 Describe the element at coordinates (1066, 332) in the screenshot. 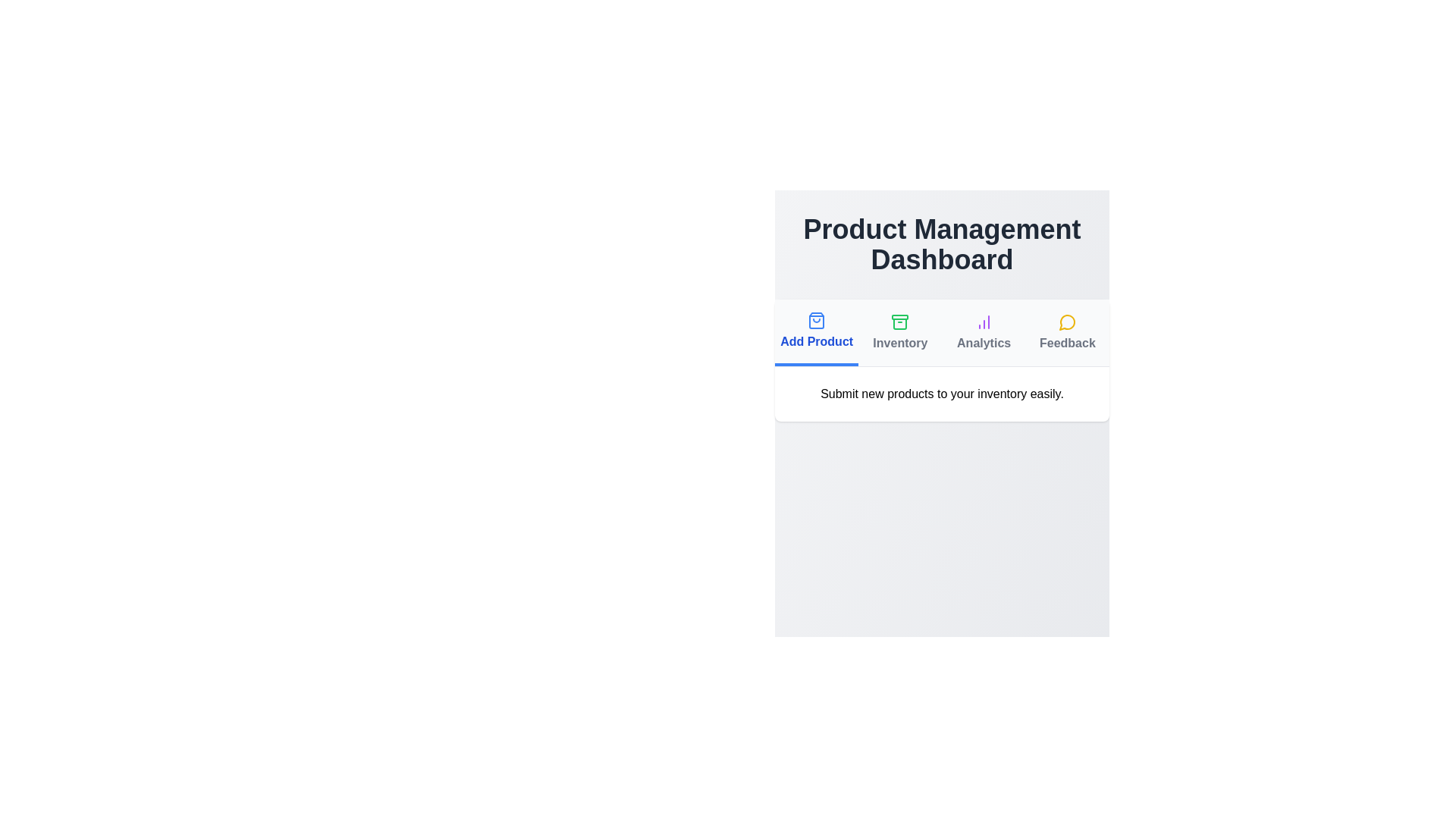

I see `the yellow outlined speech bubble button labeled 'Feedback' located in the top navigation bar` at that location.